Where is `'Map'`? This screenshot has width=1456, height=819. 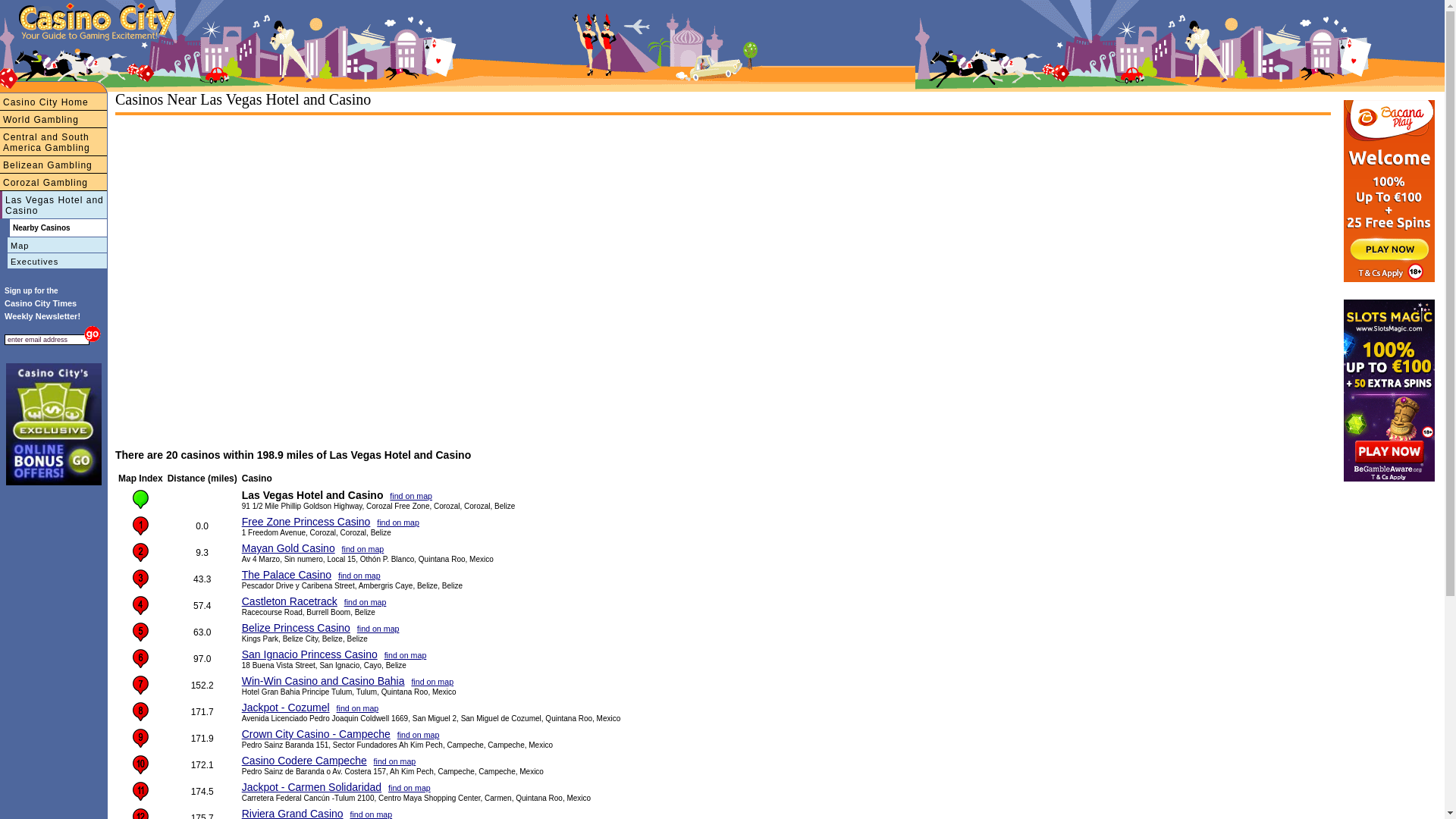 'Map' is located at coordinates (53, 244).